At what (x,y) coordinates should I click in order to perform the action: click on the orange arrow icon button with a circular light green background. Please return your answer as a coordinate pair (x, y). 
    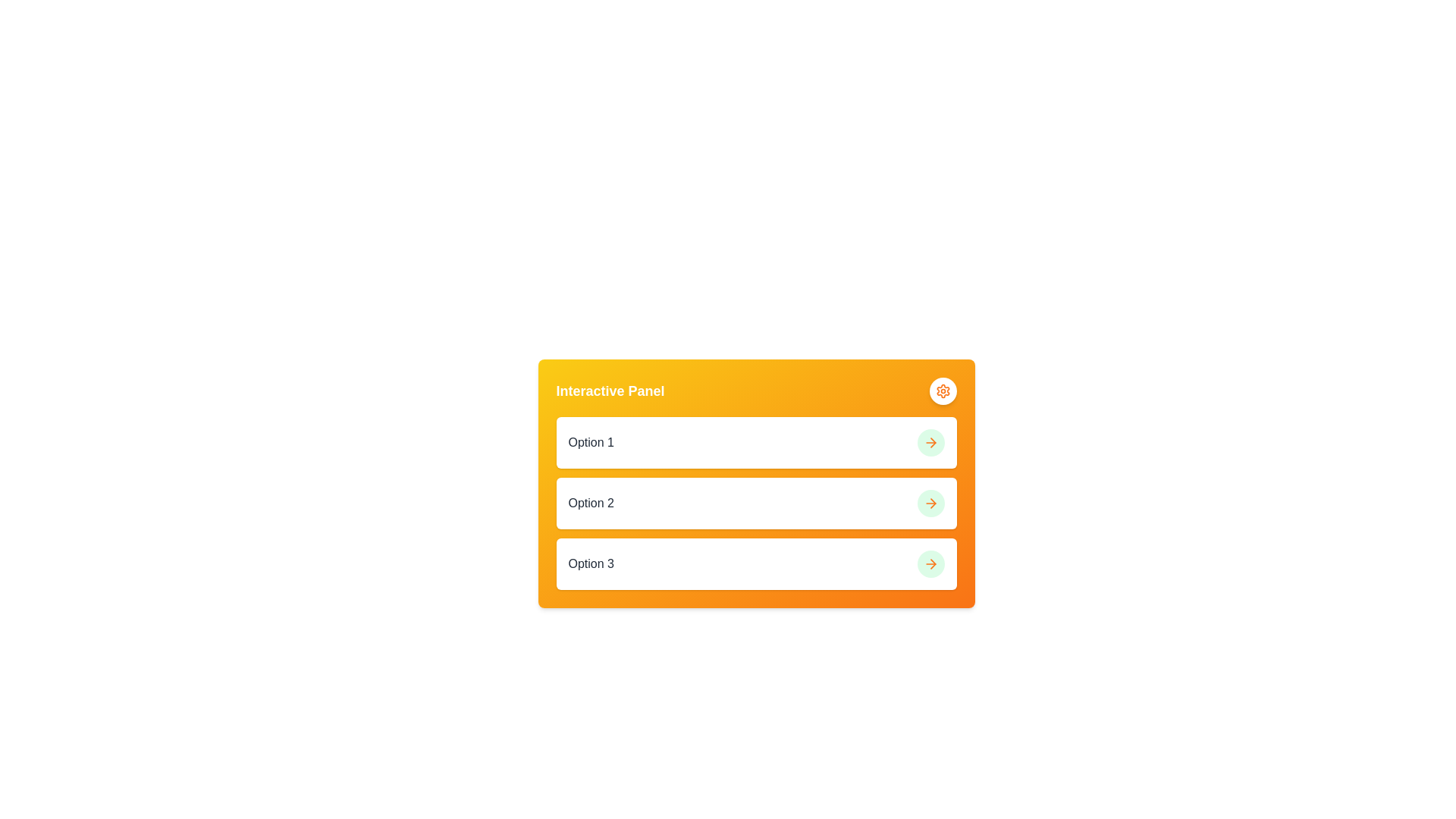
    Looking at the image, I should click on (930, 503).